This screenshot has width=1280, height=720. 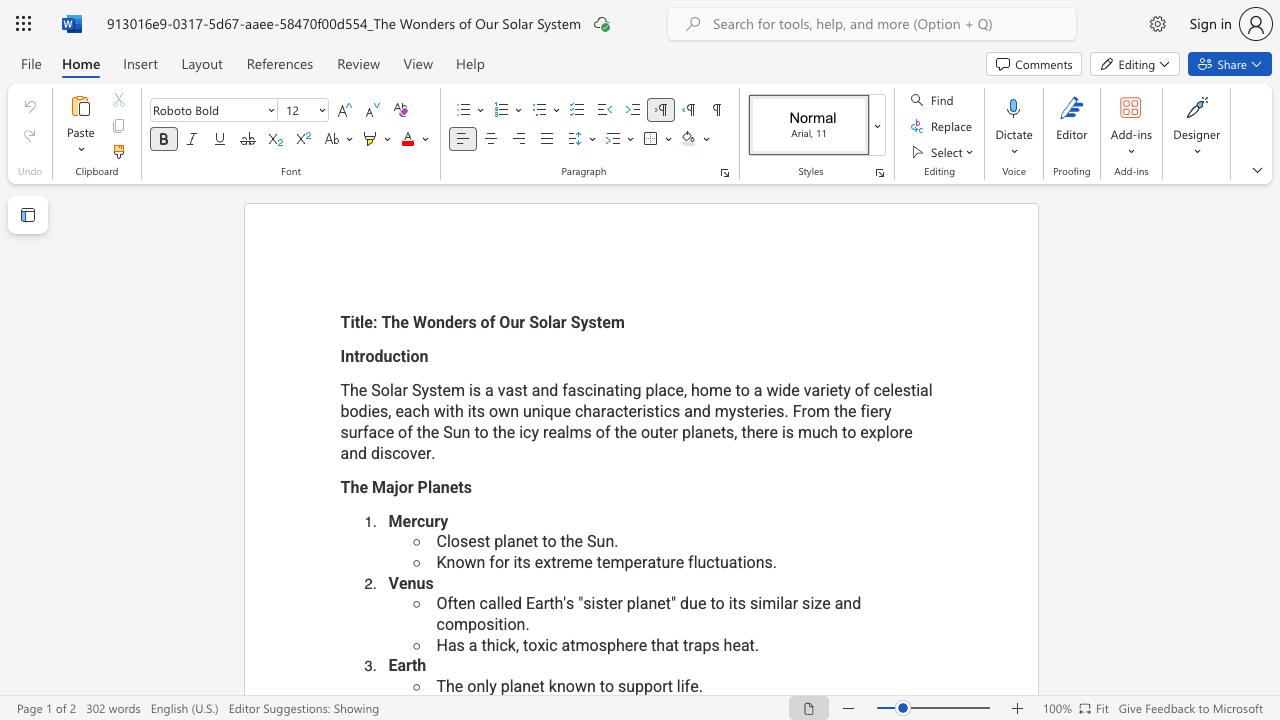 I want to click on the subset text "extreme temperature flu" within the text "Known for its extreme temperature fluctuations.", so click(x=534, y=562).